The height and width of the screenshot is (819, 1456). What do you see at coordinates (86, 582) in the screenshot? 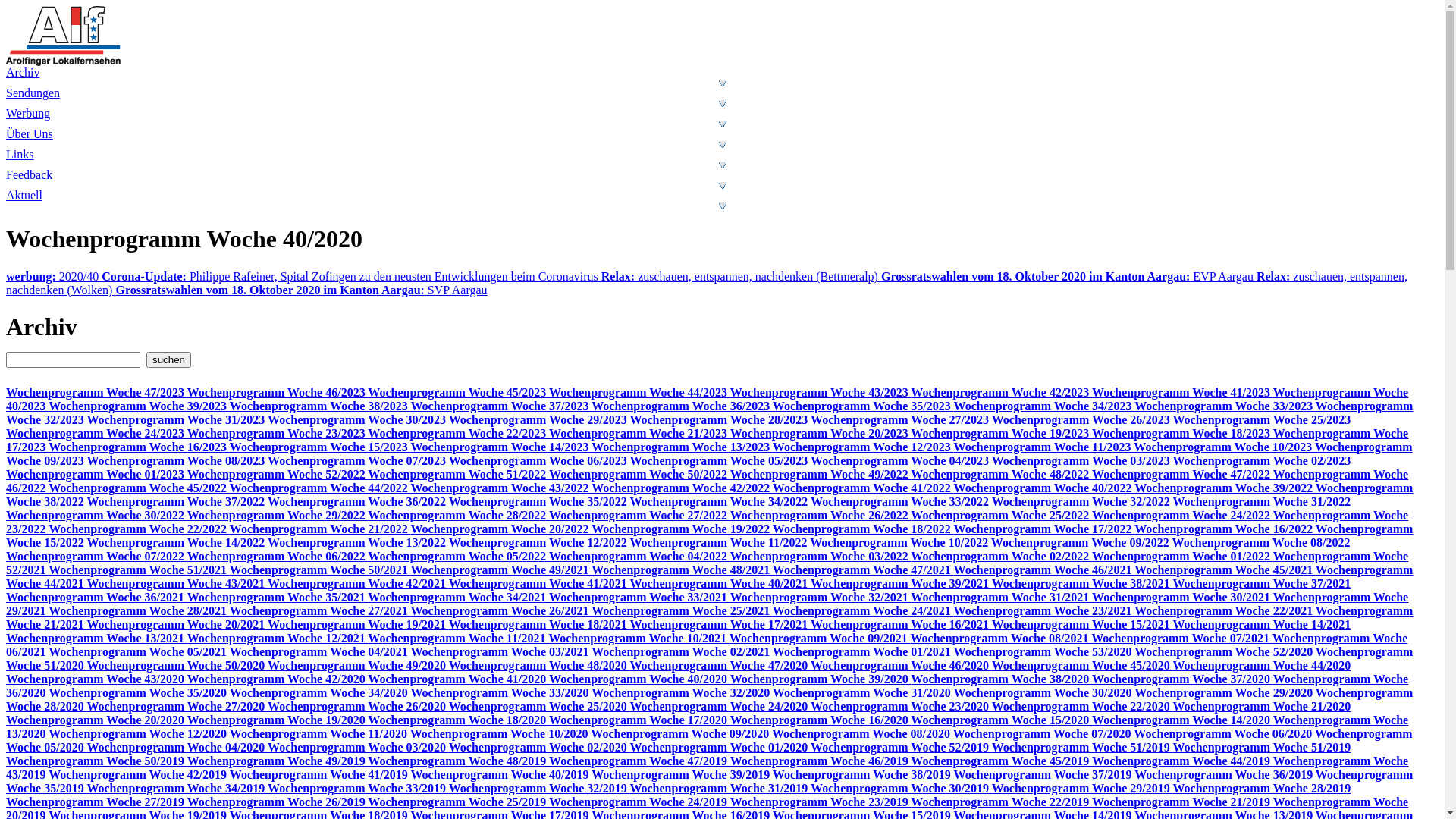
I see `'Wochenprogramm Woche 43/2021'` at bounding box center [86, 582].